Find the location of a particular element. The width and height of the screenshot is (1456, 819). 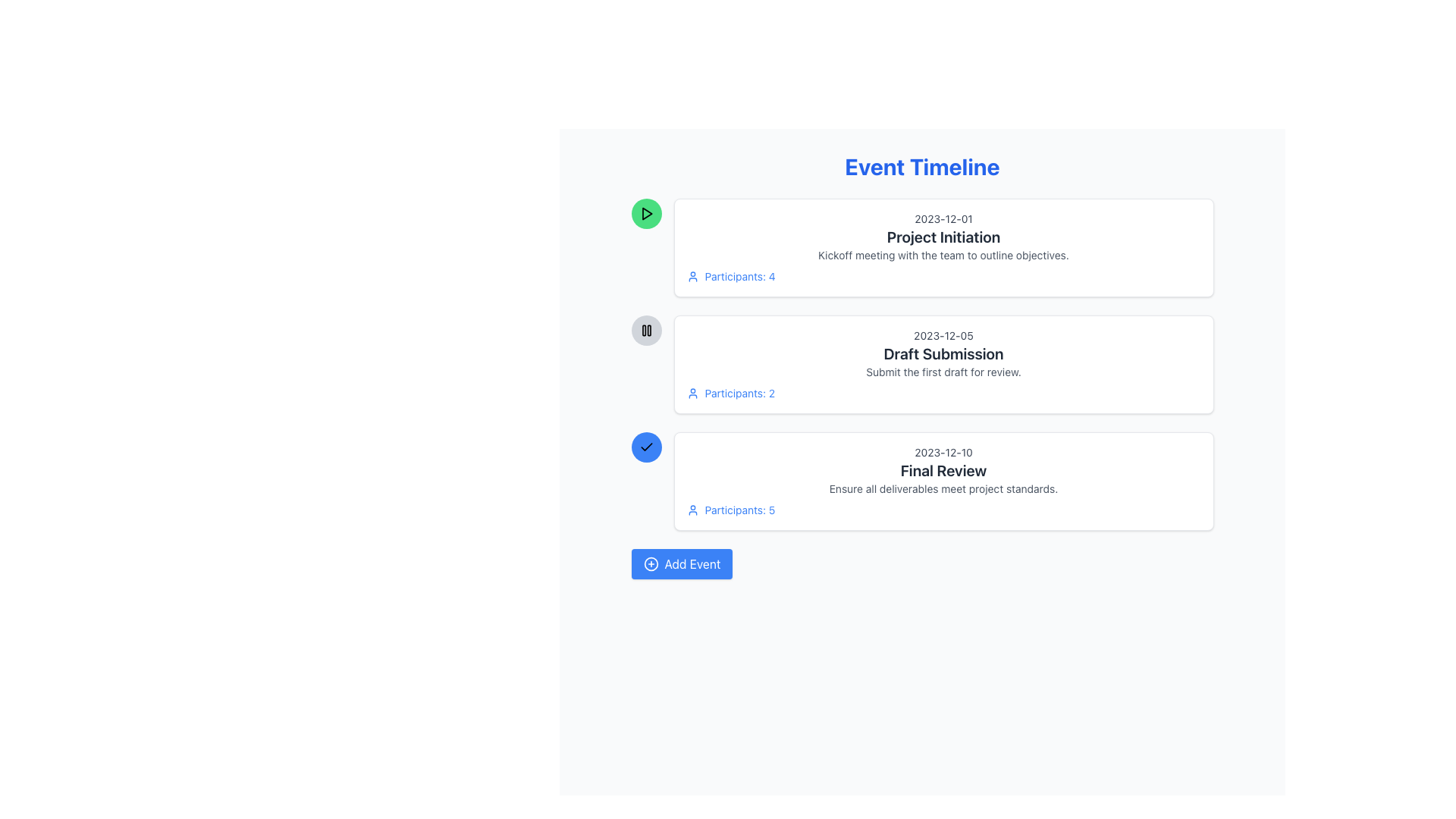

the user participant icon, which is a blue circular vector graphic located to the left of the text 'Participants: 2' in the 'Draft Submission' event entry is located at coordinates (692, 393).